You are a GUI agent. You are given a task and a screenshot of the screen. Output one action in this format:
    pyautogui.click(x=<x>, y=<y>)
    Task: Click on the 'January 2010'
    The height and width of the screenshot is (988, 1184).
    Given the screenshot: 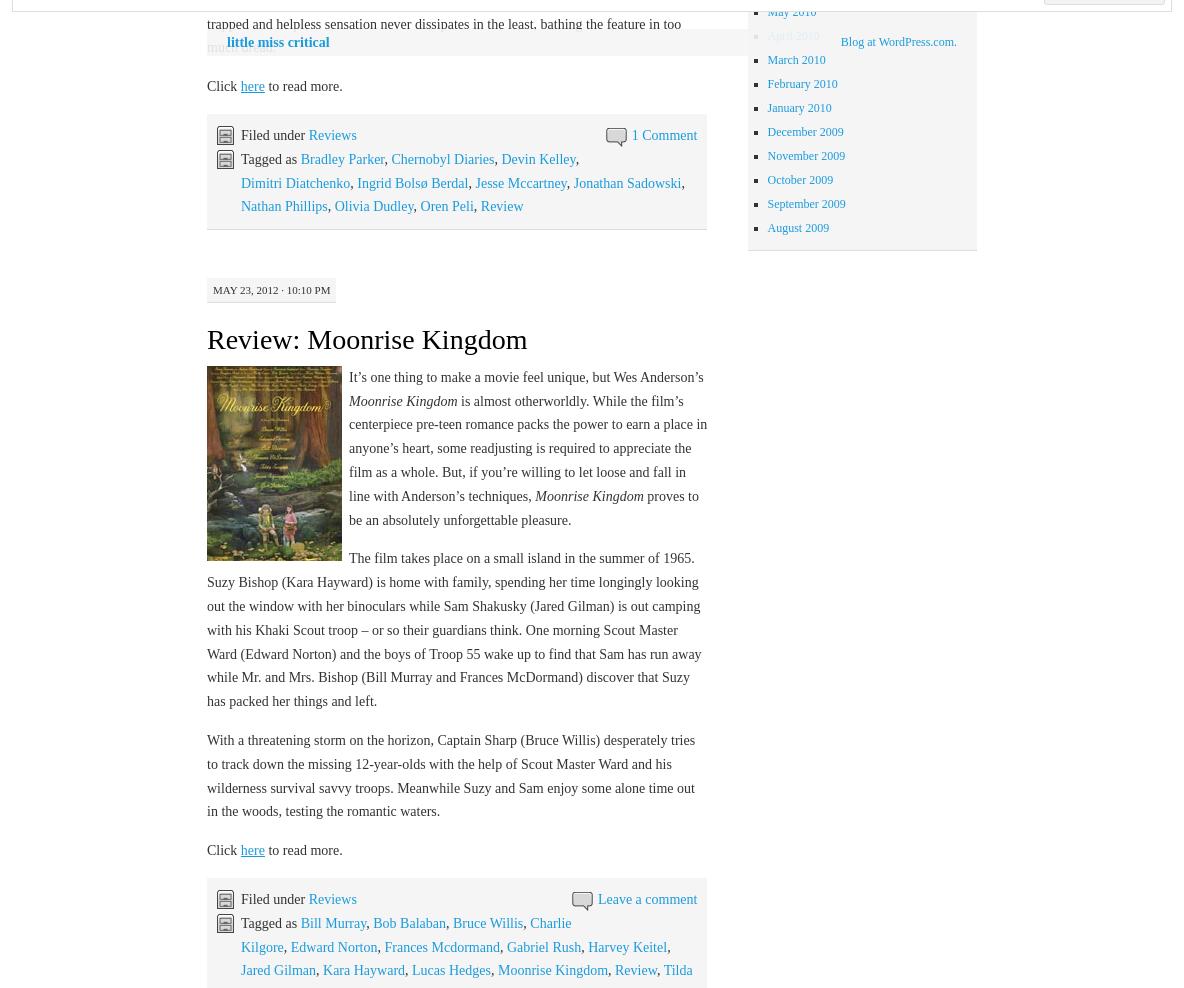 What is the action you would take?
    pyautogui.click(x=765, y=107)
    